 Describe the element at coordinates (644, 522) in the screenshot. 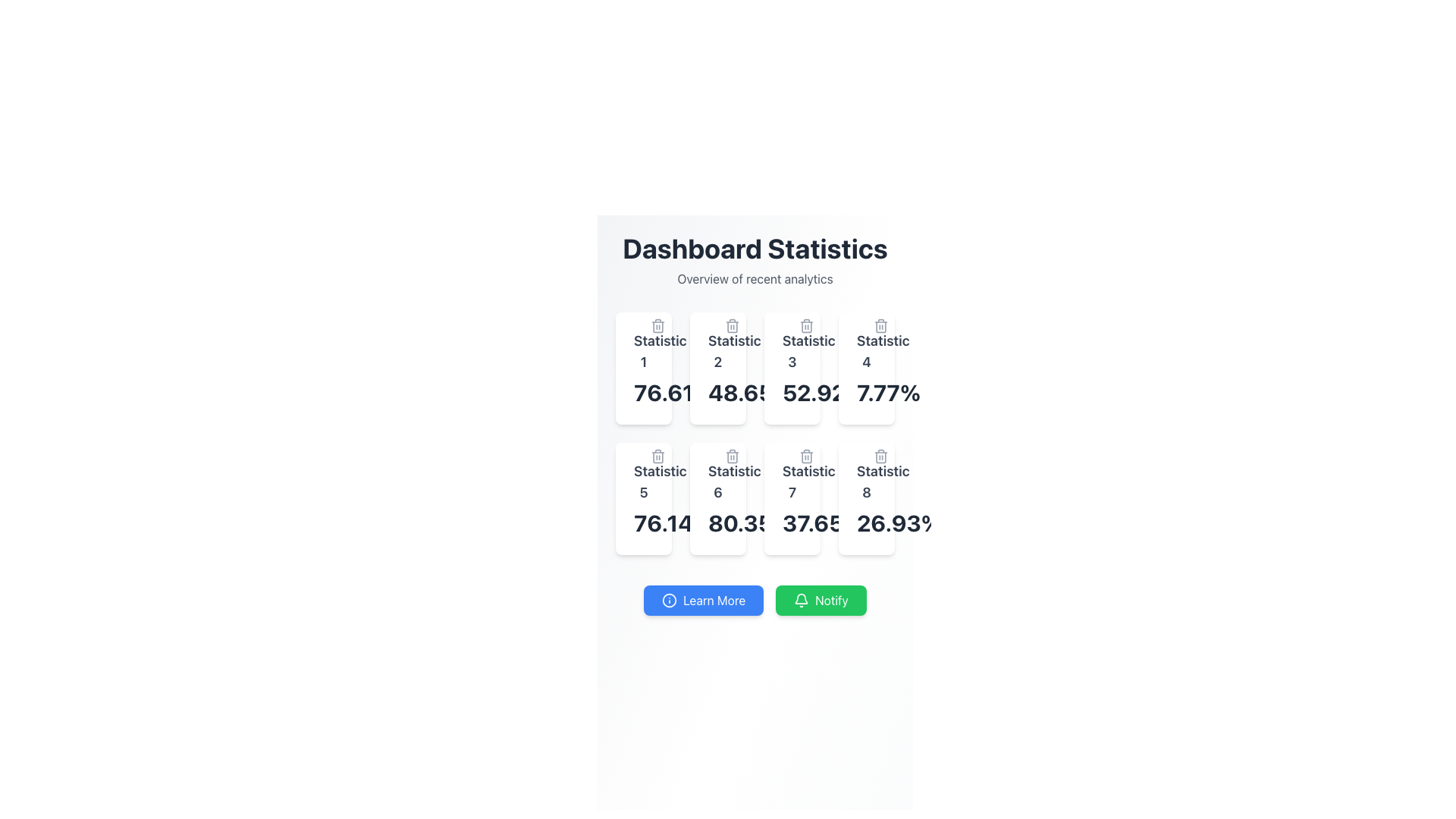

I see `the bold, large-sized text displaying '76.14%' which is positioned below 'Statistic 5' in a card layout` at that location.